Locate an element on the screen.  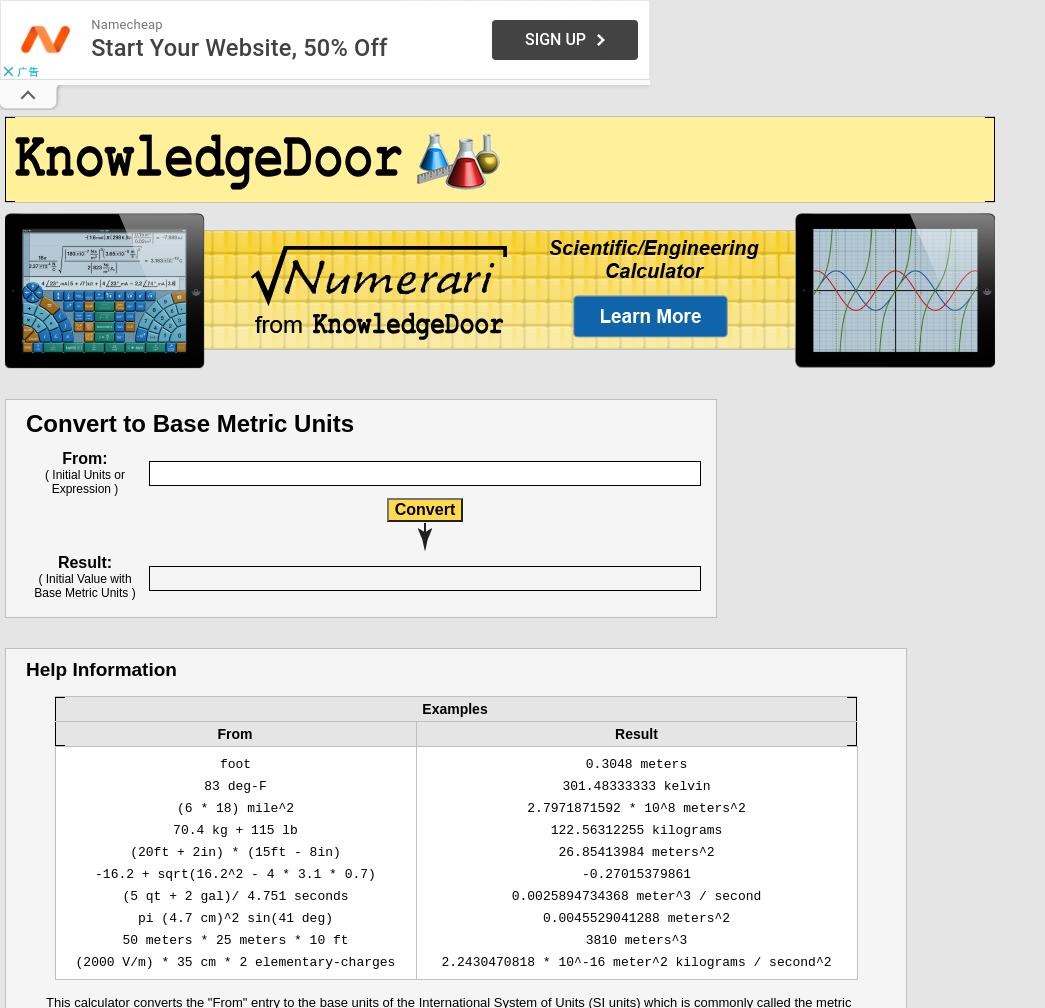
'-0.27015379861' is located at coordinates (634, 874).